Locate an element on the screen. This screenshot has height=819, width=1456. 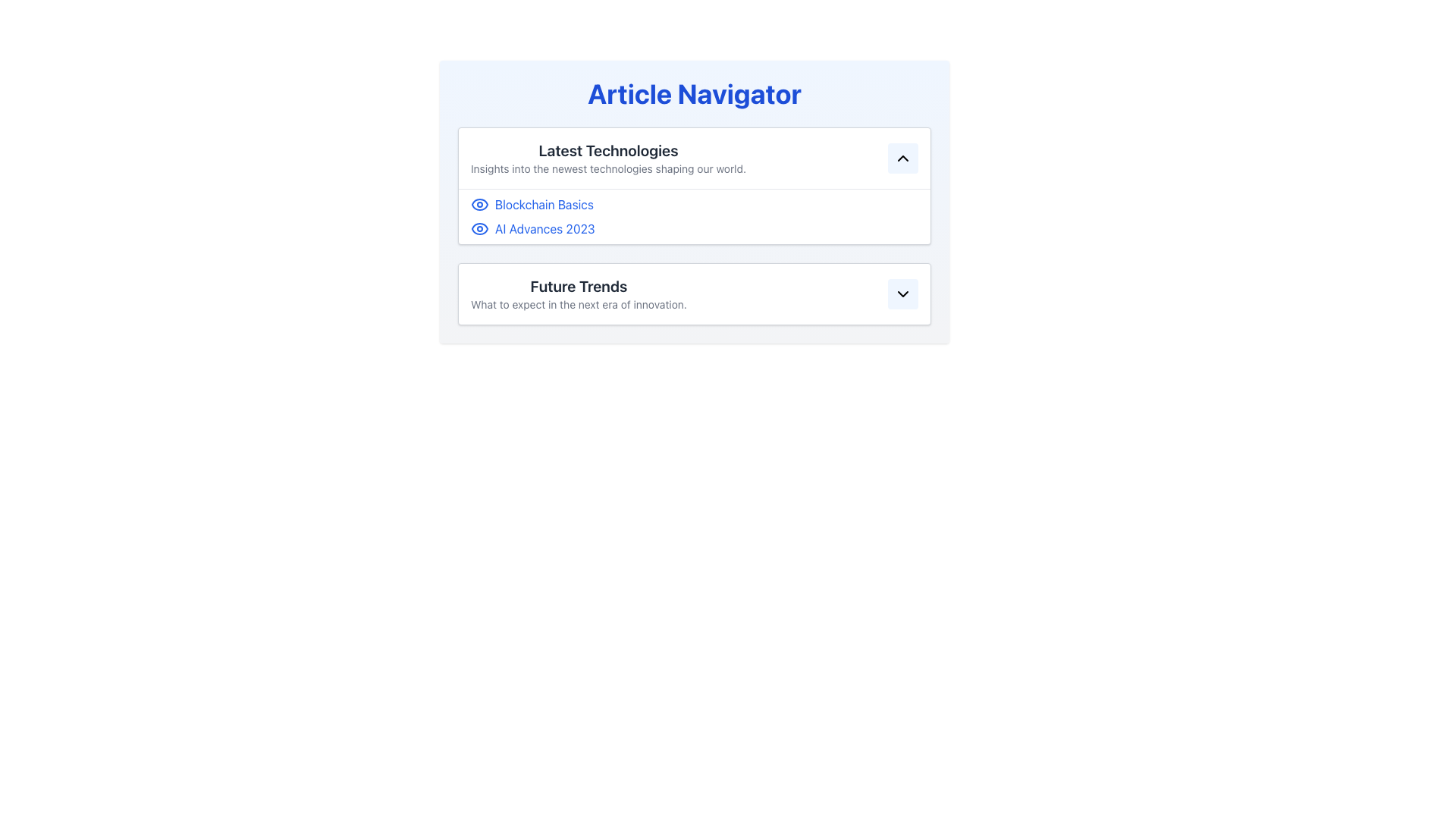
the toggle button located at the right end of the 'Latest Technologies' section header is located at coordinates (902, 158).